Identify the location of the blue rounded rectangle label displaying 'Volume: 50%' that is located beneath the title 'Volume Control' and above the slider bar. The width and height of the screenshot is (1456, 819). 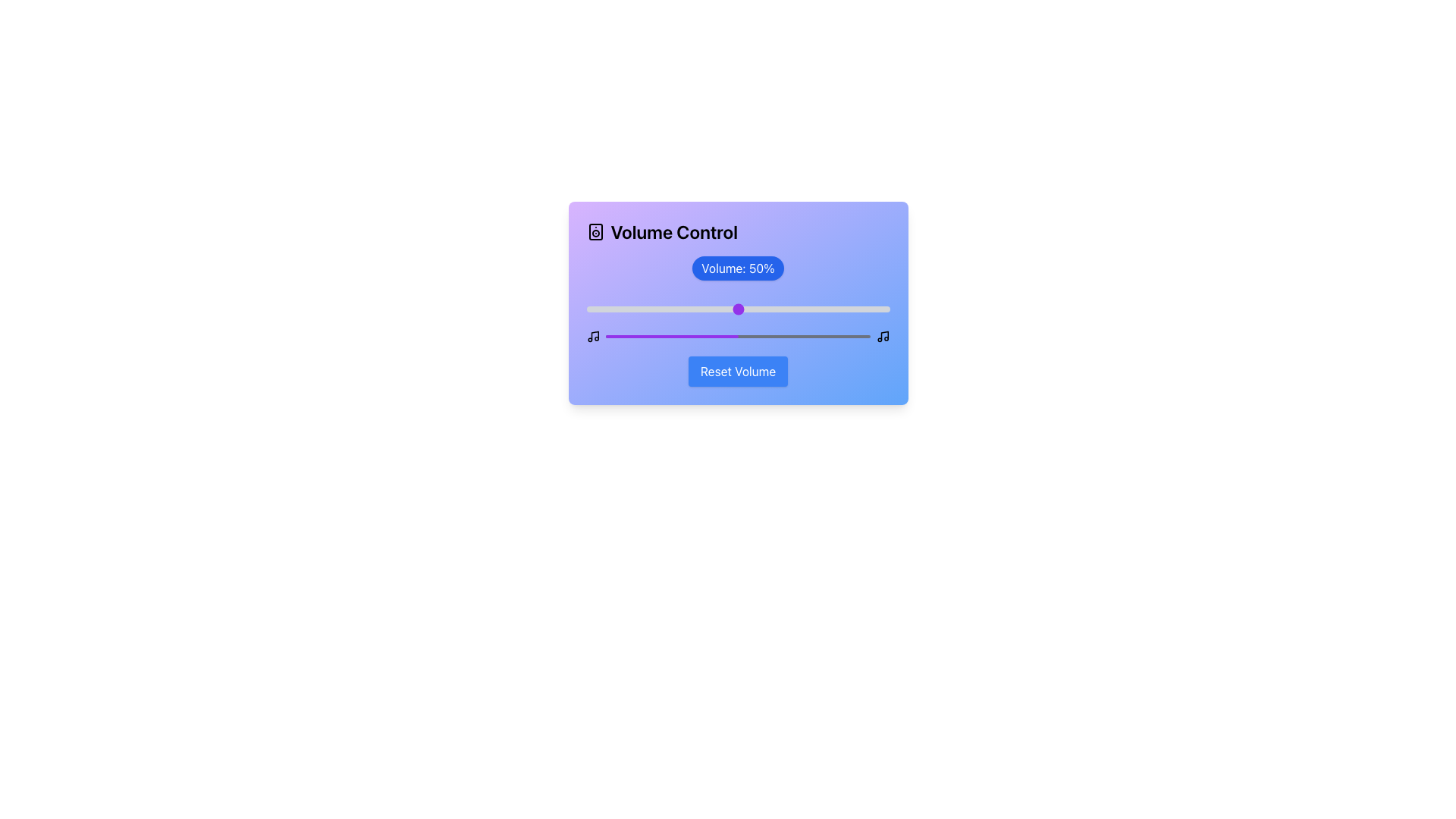
(738, 268).